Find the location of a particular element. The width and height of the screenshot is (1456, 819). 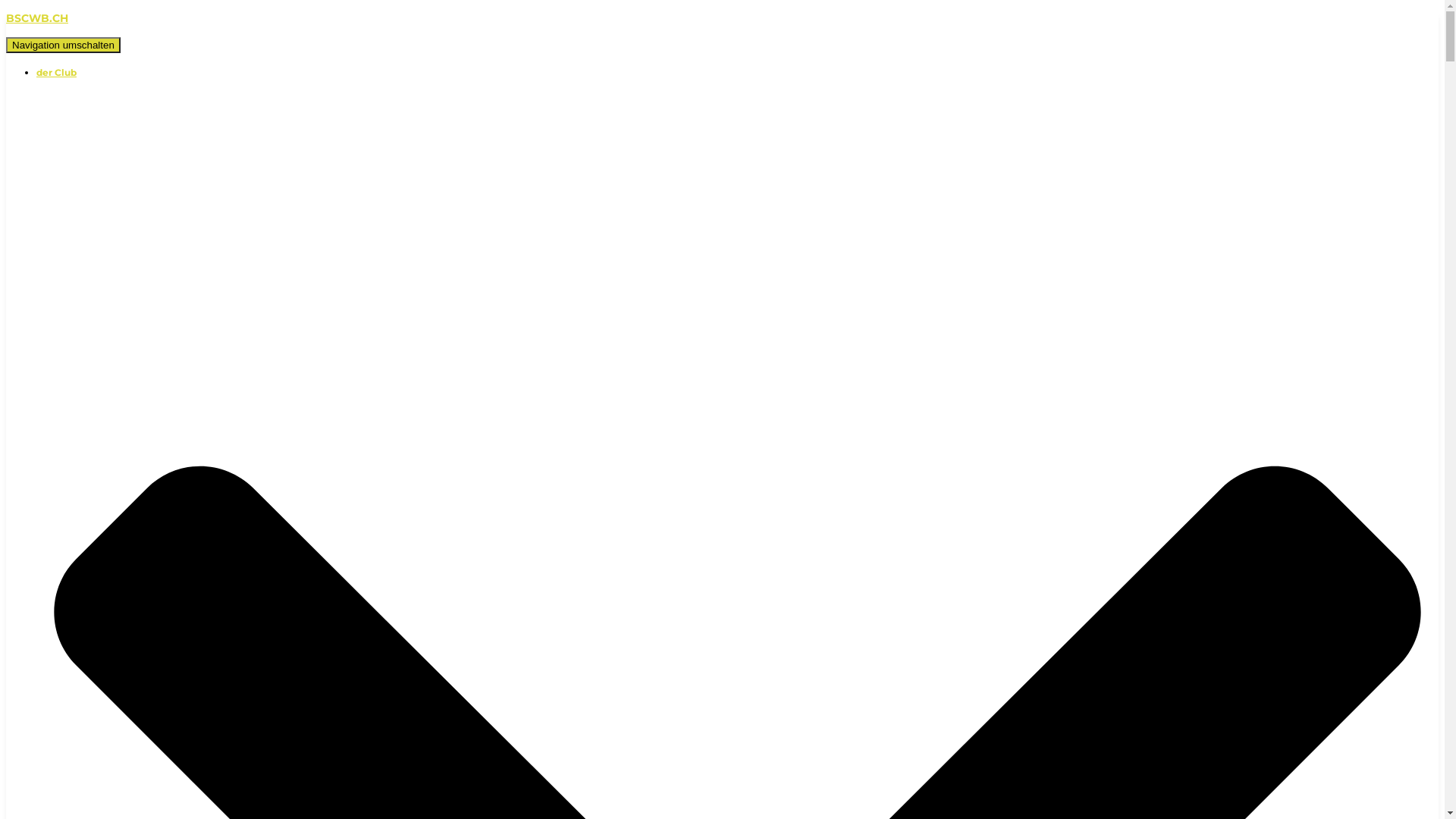

'Navigation umschalten' is located at coordinates (62, 44).